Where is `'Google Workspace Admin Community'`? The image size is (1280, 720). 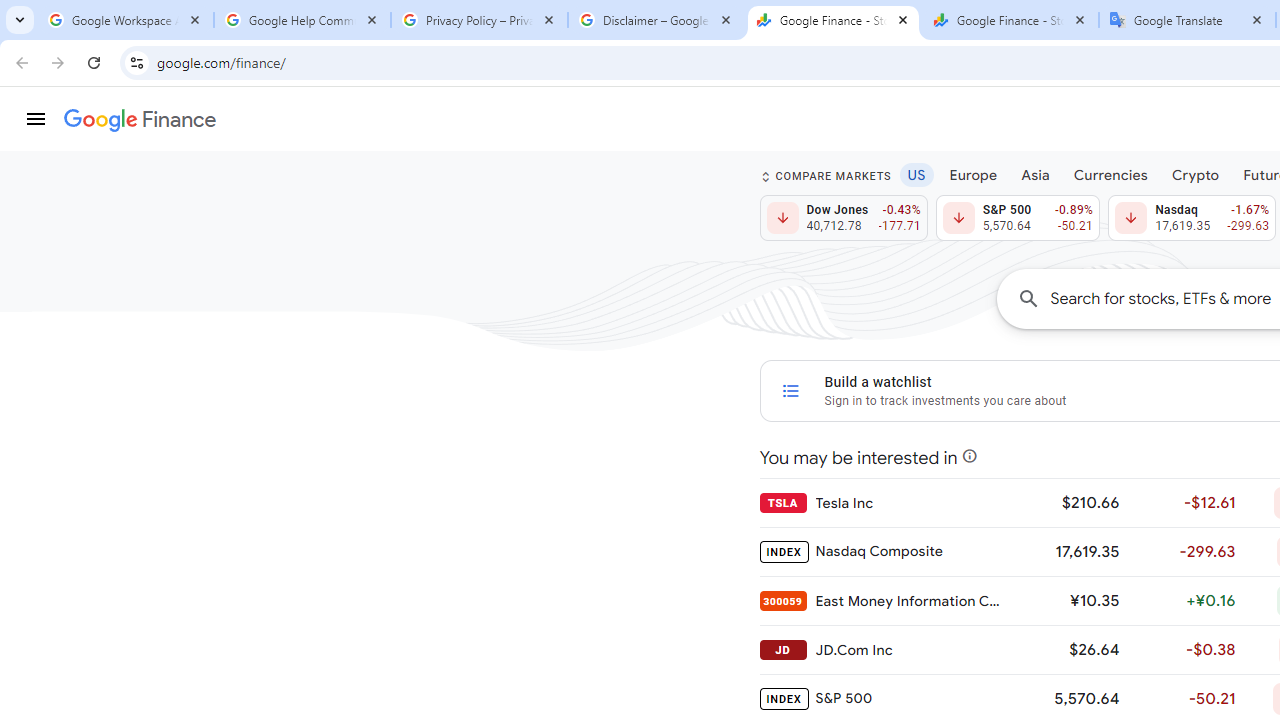
'Google Workspace Admin Community' is located at coordinates (124, 20).